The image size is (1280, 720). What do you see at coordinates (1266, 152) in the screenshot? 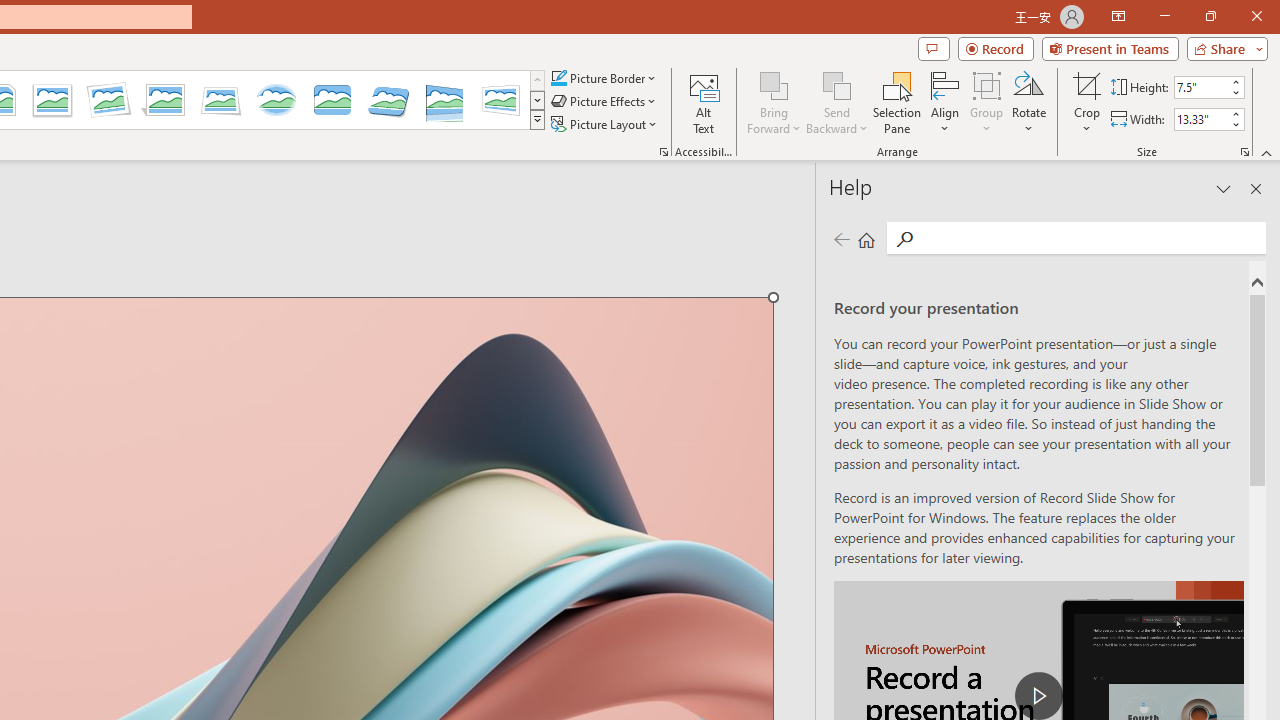
I see `'Collapse the Ribbon'` at bounding box center [1266, 152].